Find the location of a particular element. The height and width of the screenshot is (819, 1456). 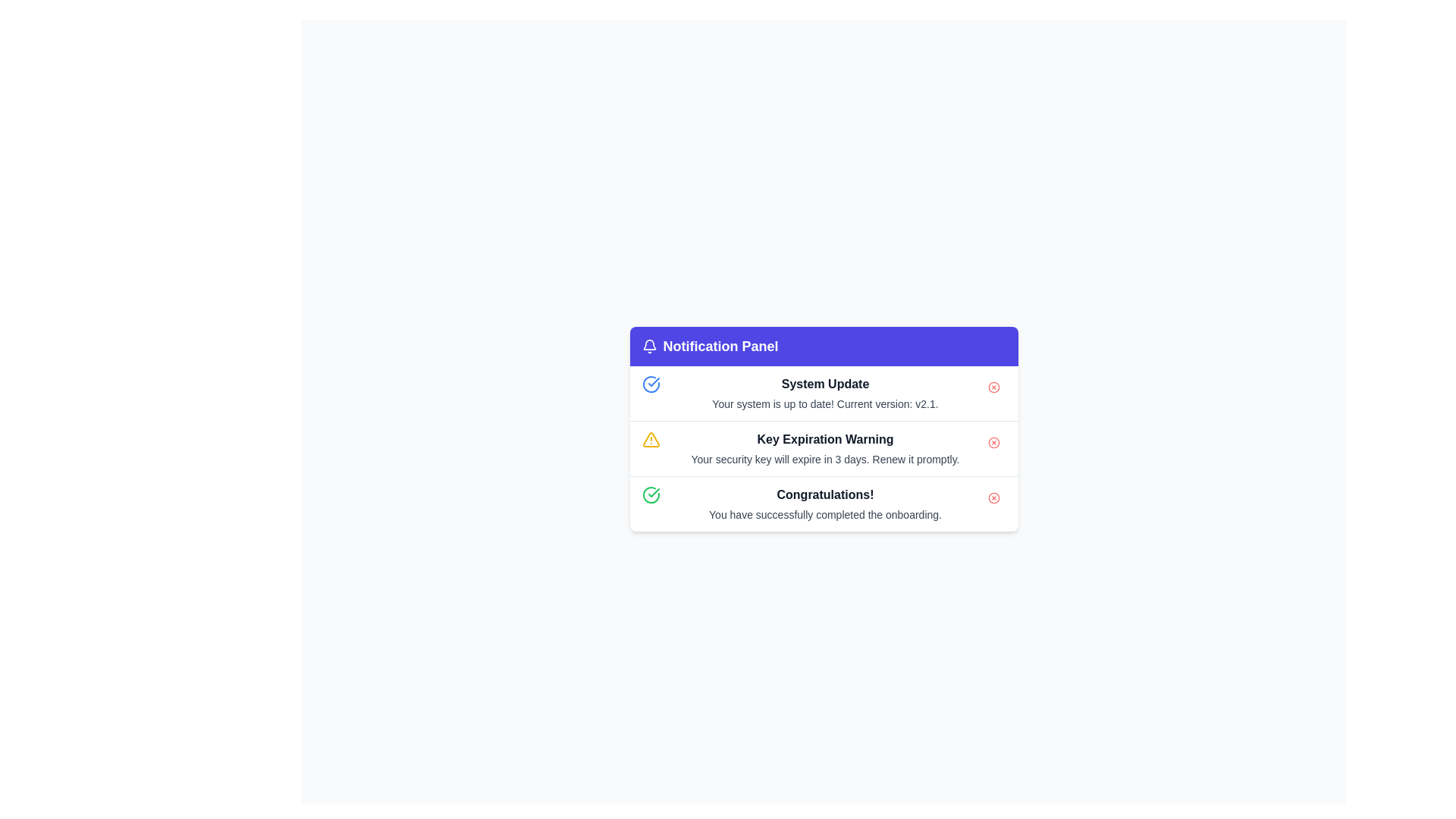

the third notification message row that confirms the successful completion of an action (onboarding) is located at coordinates (824, 504).